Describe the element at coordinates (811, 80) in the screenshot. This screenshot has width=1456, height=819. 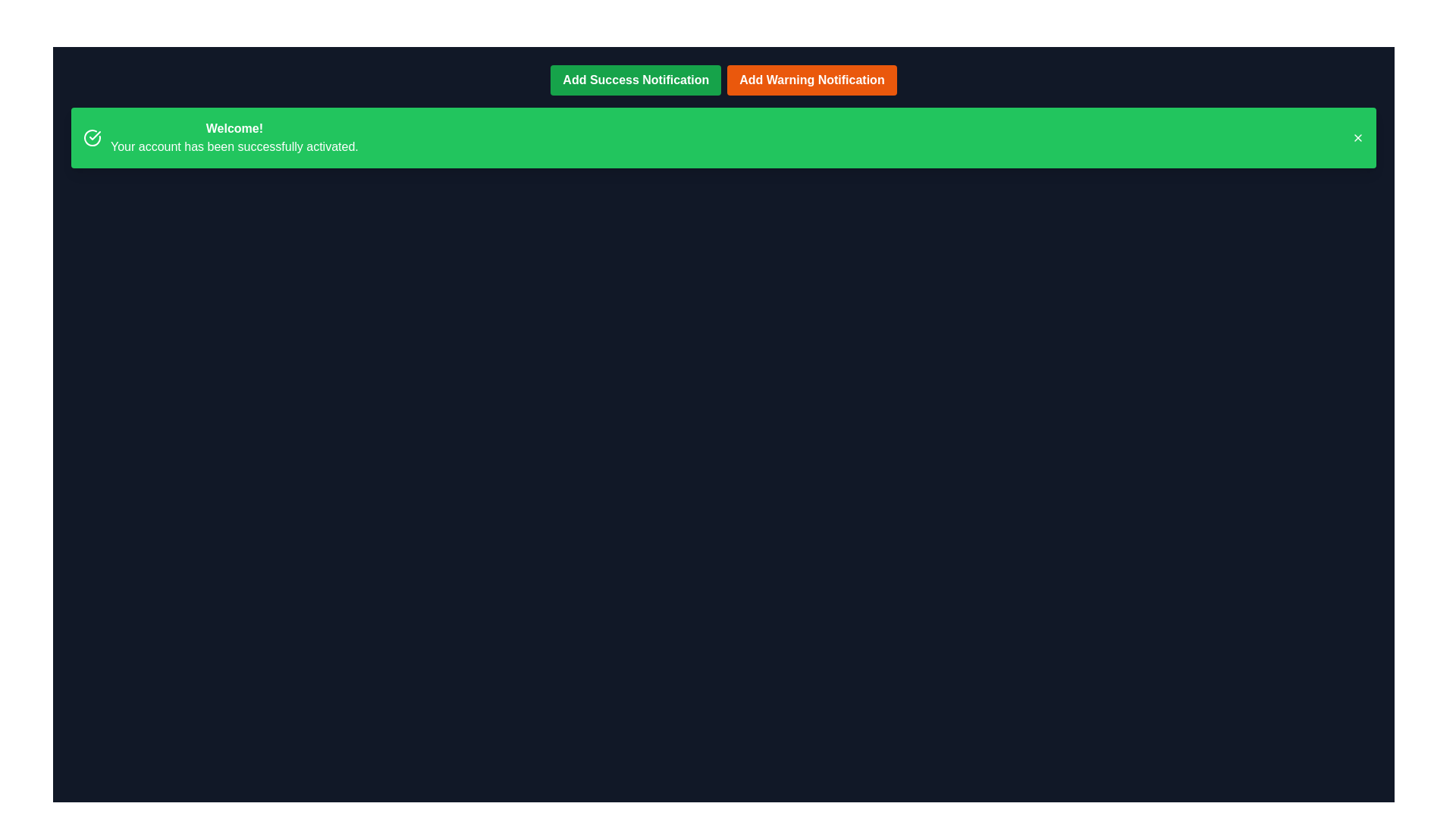
I see `the warning notification button, which is the second button in a pair` at that location.